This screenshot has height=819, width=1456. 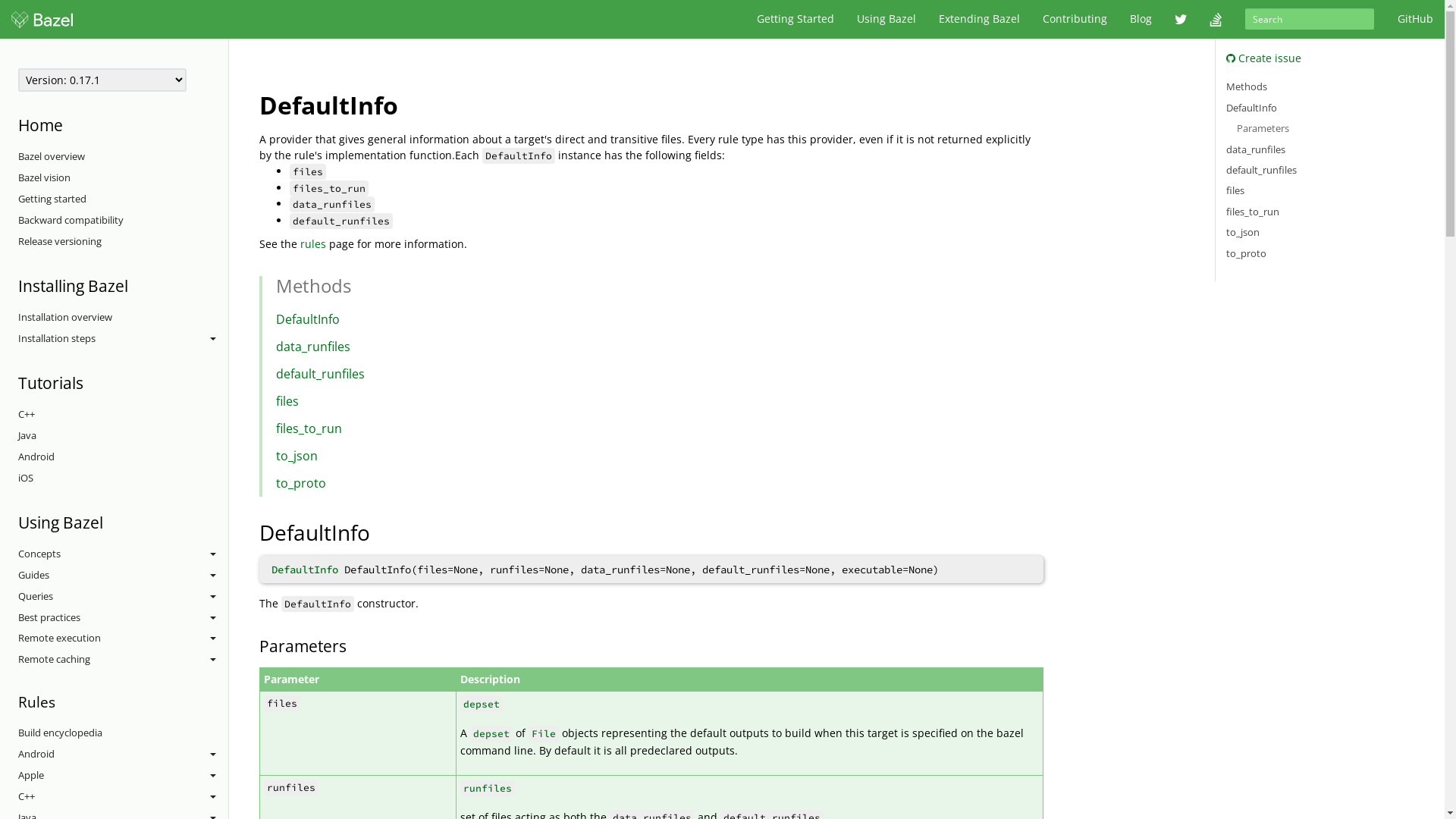 What do you see at coordinates (312, 243) in the screenshot?
I see `'rules'` at bounding box center [312, 243].